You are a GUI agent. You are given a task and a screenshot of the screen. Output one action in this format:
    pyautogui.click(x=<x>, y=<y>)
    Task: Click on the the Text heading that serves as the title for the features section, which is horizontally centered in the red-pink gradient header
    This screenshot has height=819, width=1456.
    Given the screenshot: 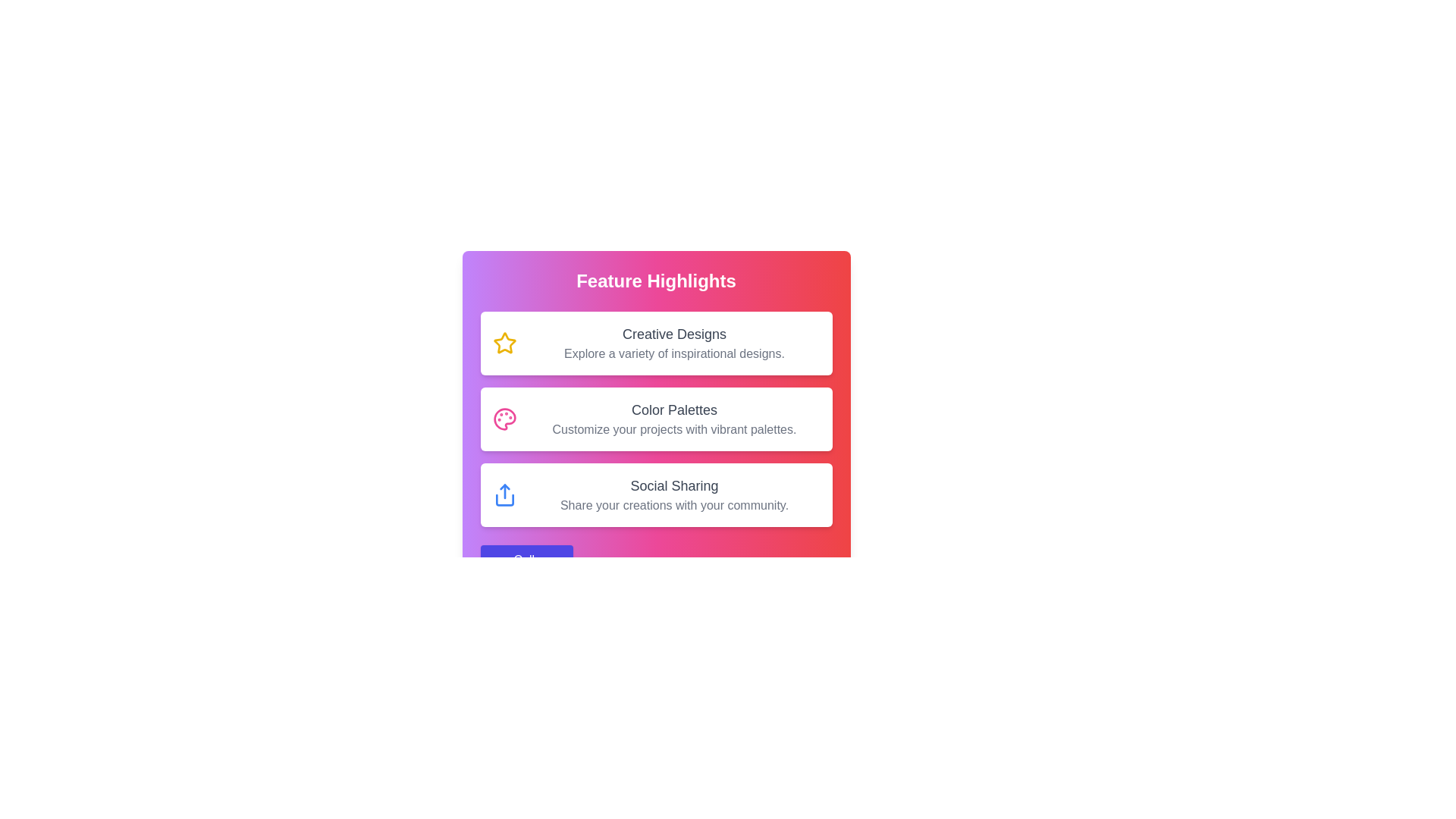 What is the action you would take?
    pyautogui.click(x=656, y=281)
    